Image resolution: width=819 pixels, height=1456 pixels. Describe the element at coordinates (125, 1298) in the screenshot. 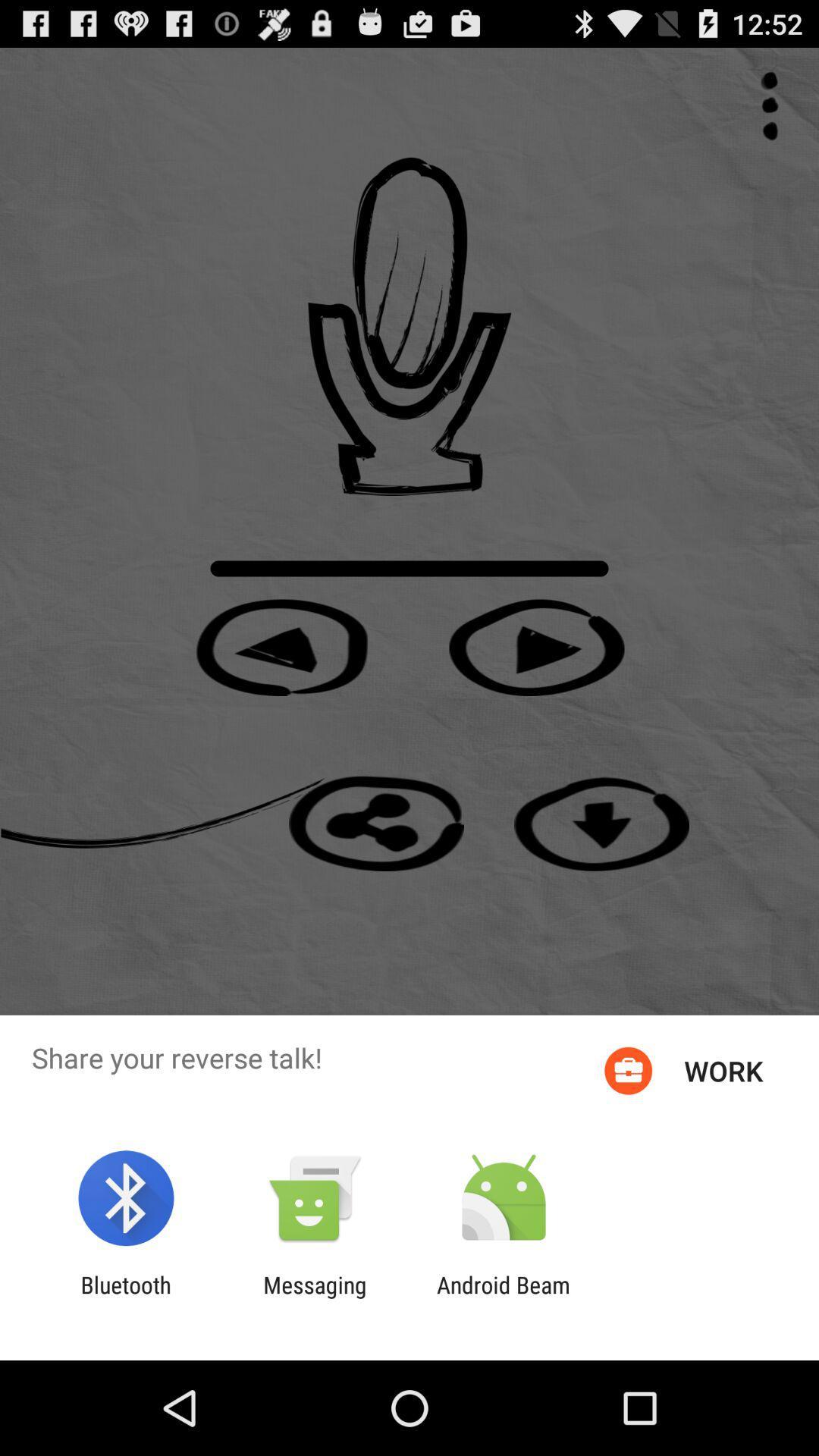

I see `bluetooth icon` at that location.